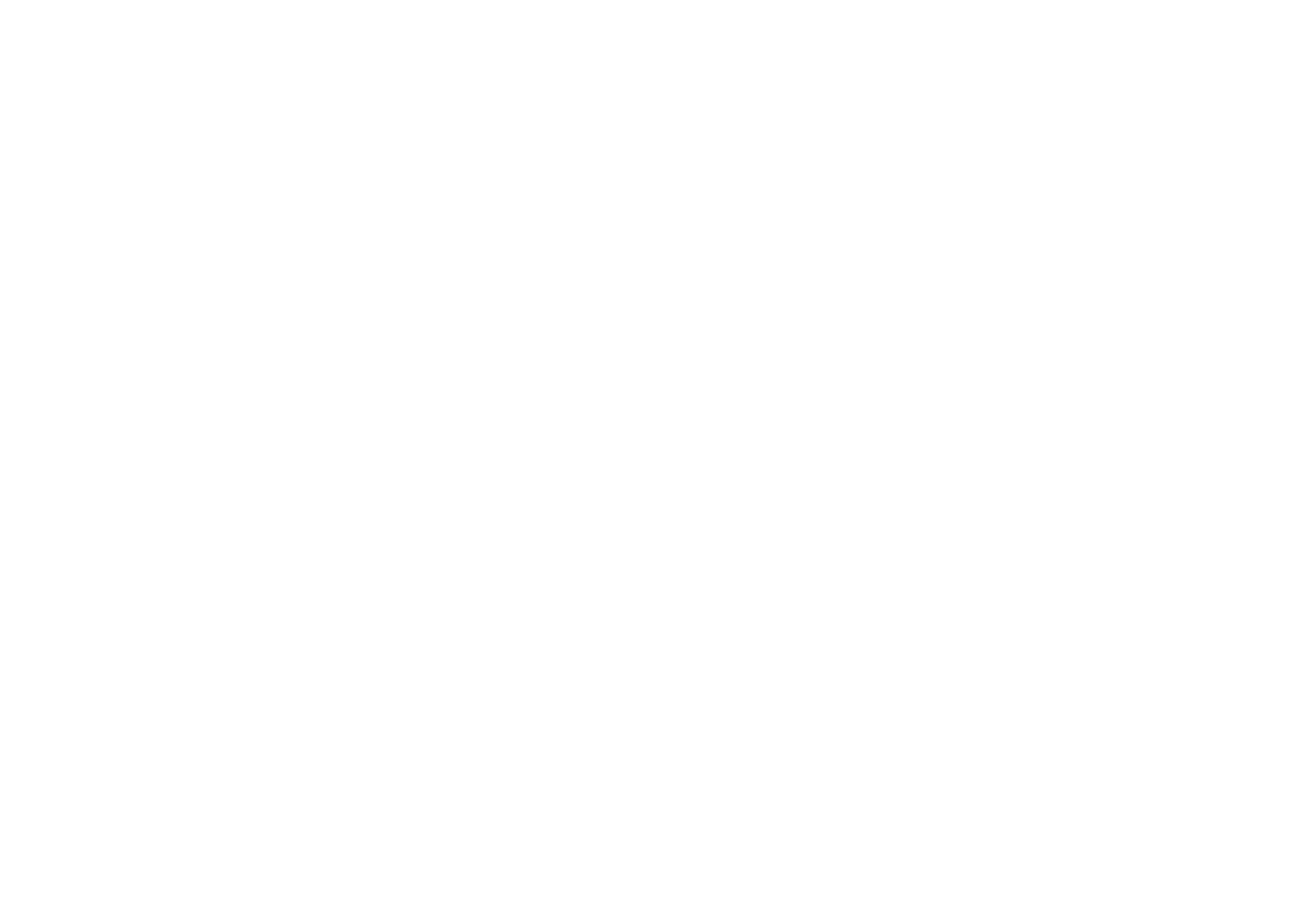 This screenshot has height=921, width=1300. I want to click on '© 2022 All rights reserved |', so click(603, 822).